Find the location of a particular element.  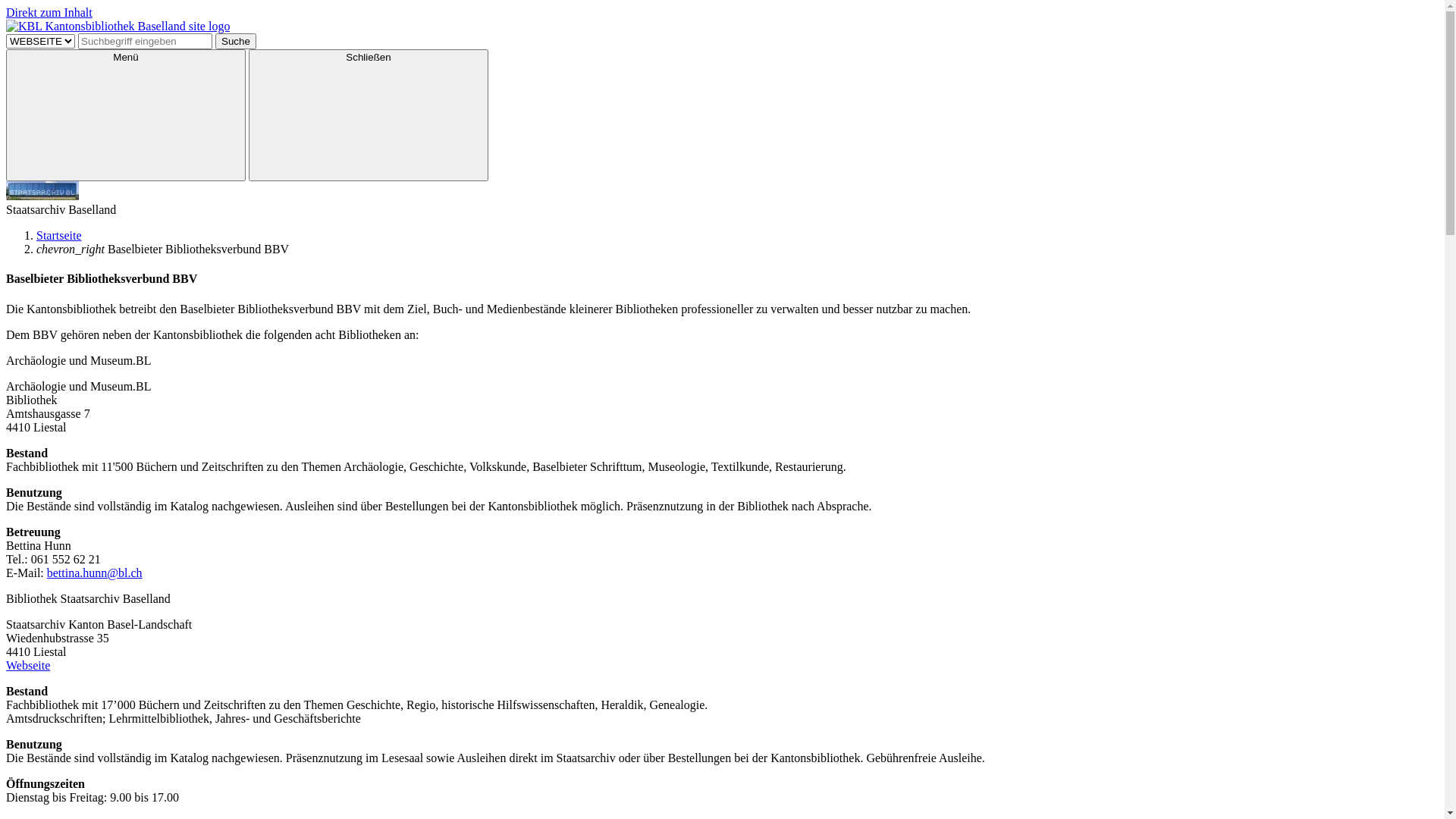

'Suche' is located at coordinates (214, 40).